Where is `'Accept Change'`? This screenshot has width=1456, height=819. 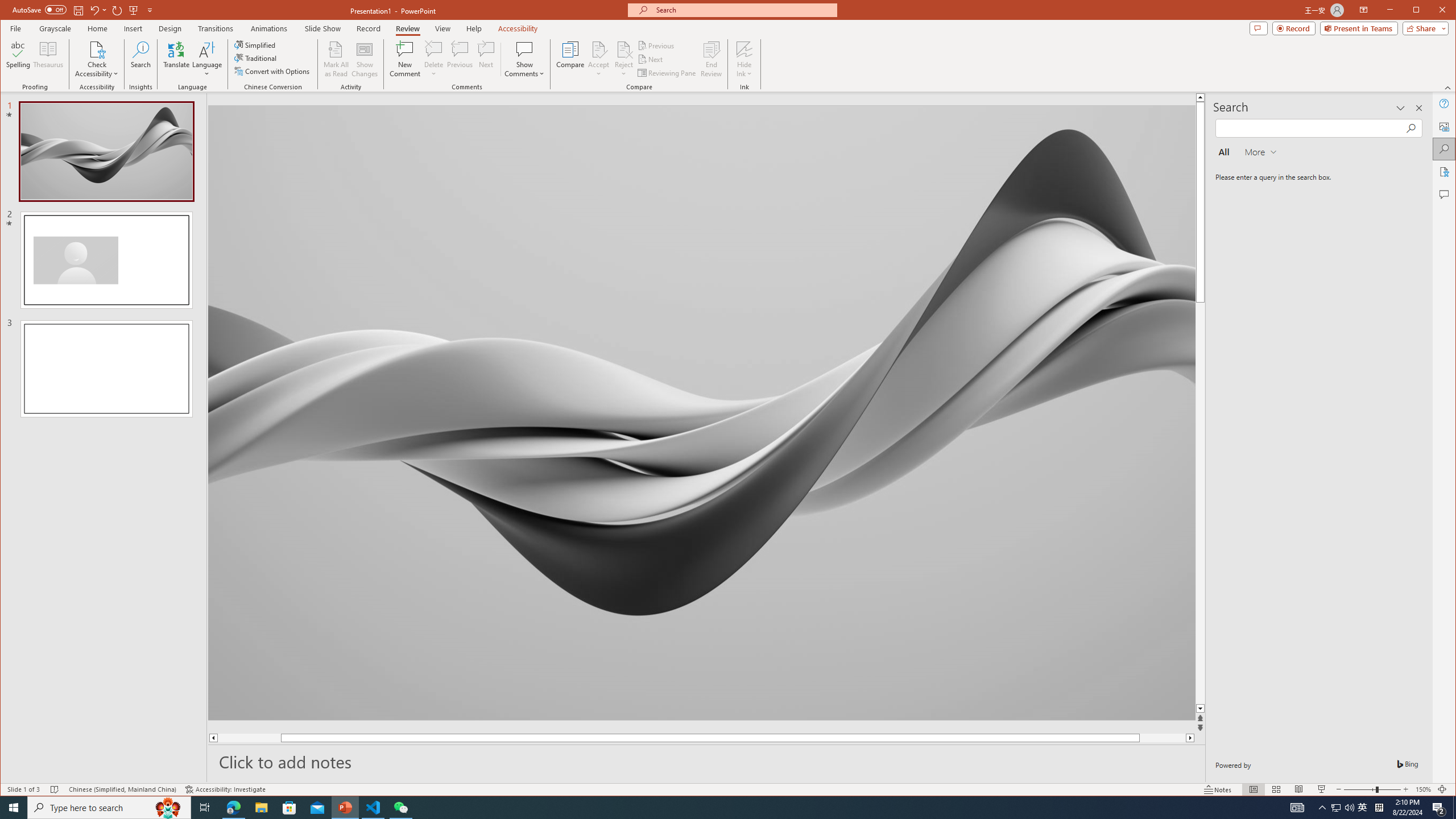
'Accept Change' is located at coordinates (598, 48).